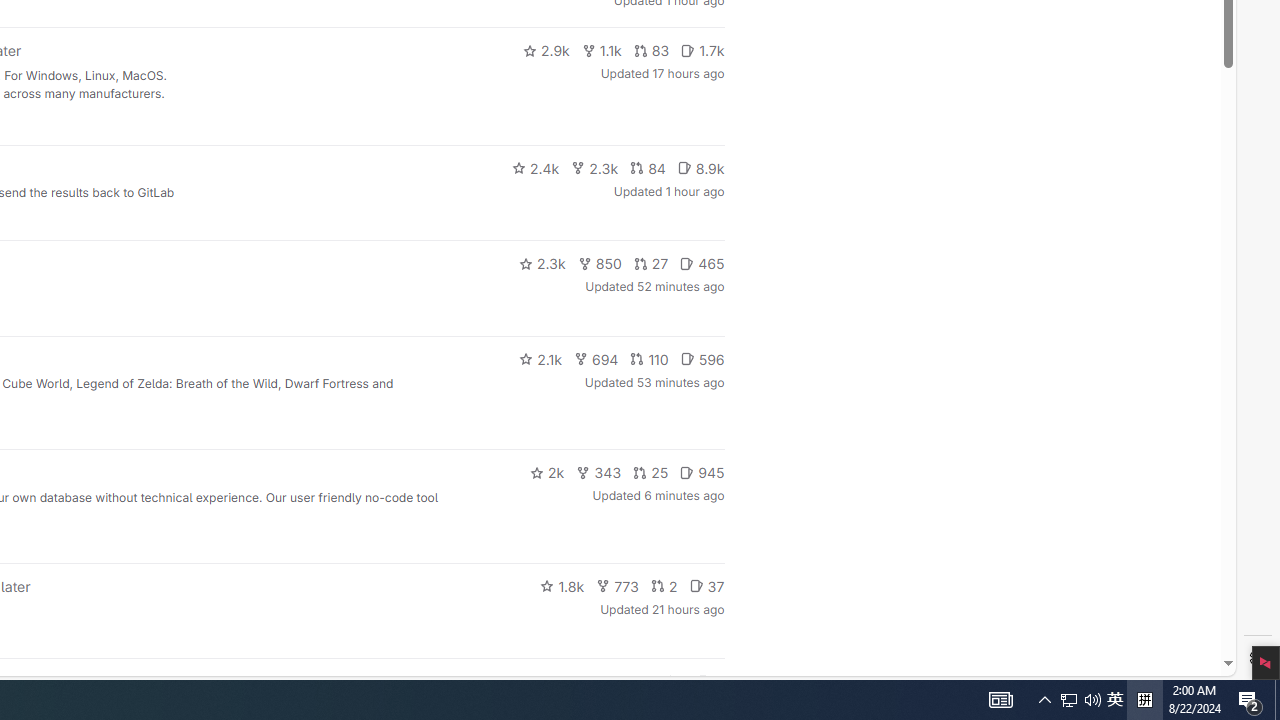 The width and height of the screenshot is (1280, 720). Describe the element at coordinates (700, 167) in the screenshot. I see `'8.9k'` at that location.